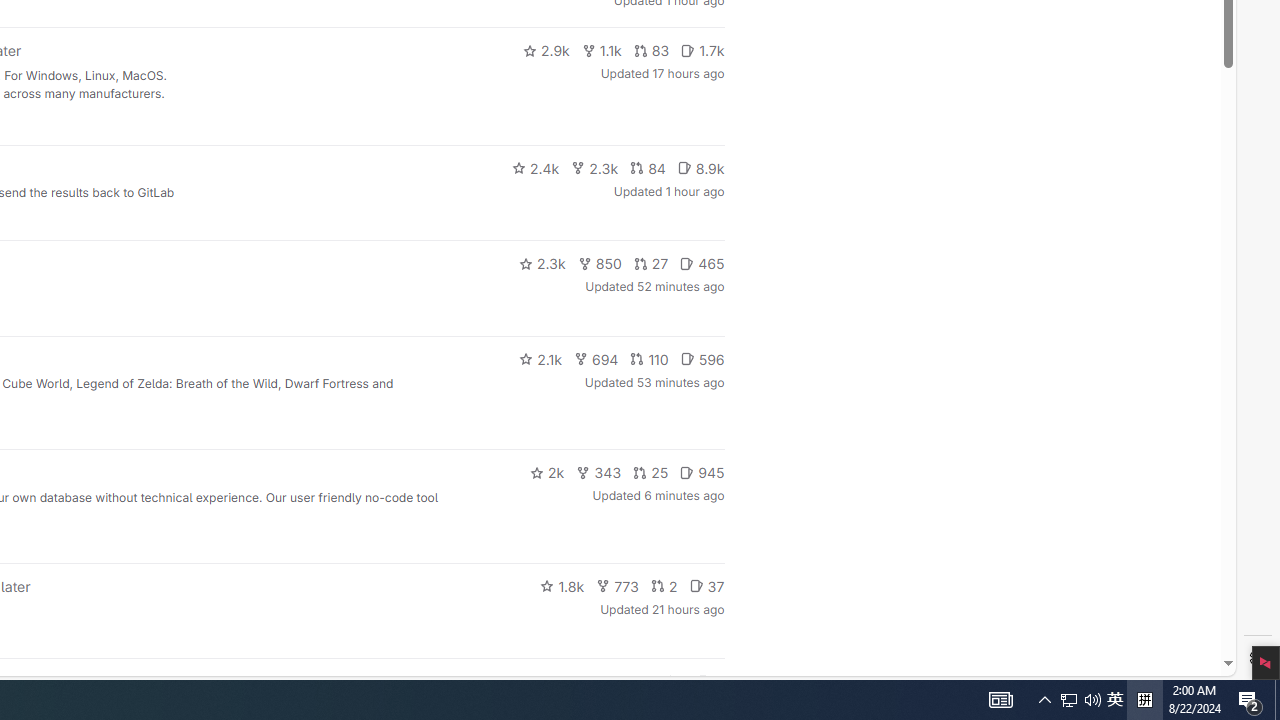 The width and height of the screenshot is (1280, 720). Describe the element at coordinates (700, 167) in the screenshot. I see `'8.9k'` at that location.